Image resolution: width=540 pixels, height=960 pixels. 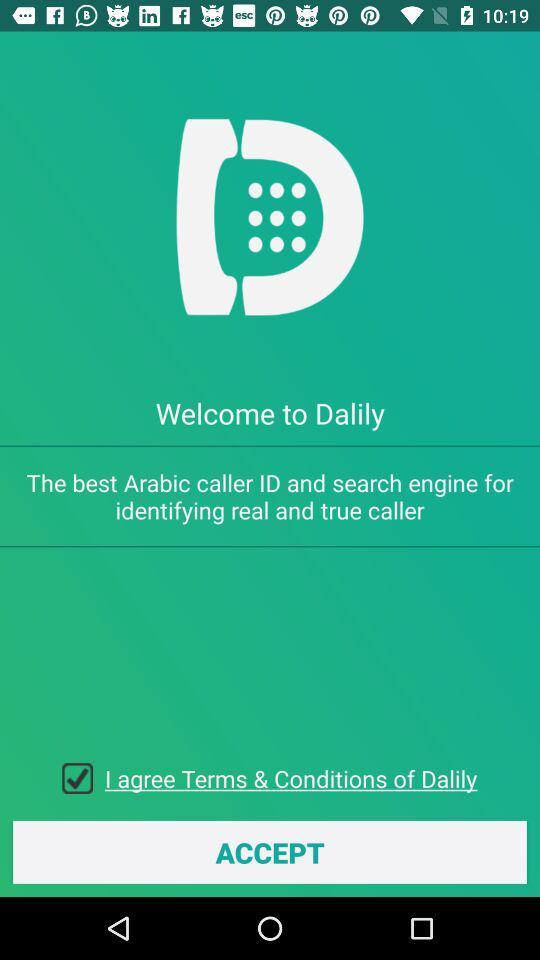 I want to click on the i agree terms, so click(x=290, y=777).